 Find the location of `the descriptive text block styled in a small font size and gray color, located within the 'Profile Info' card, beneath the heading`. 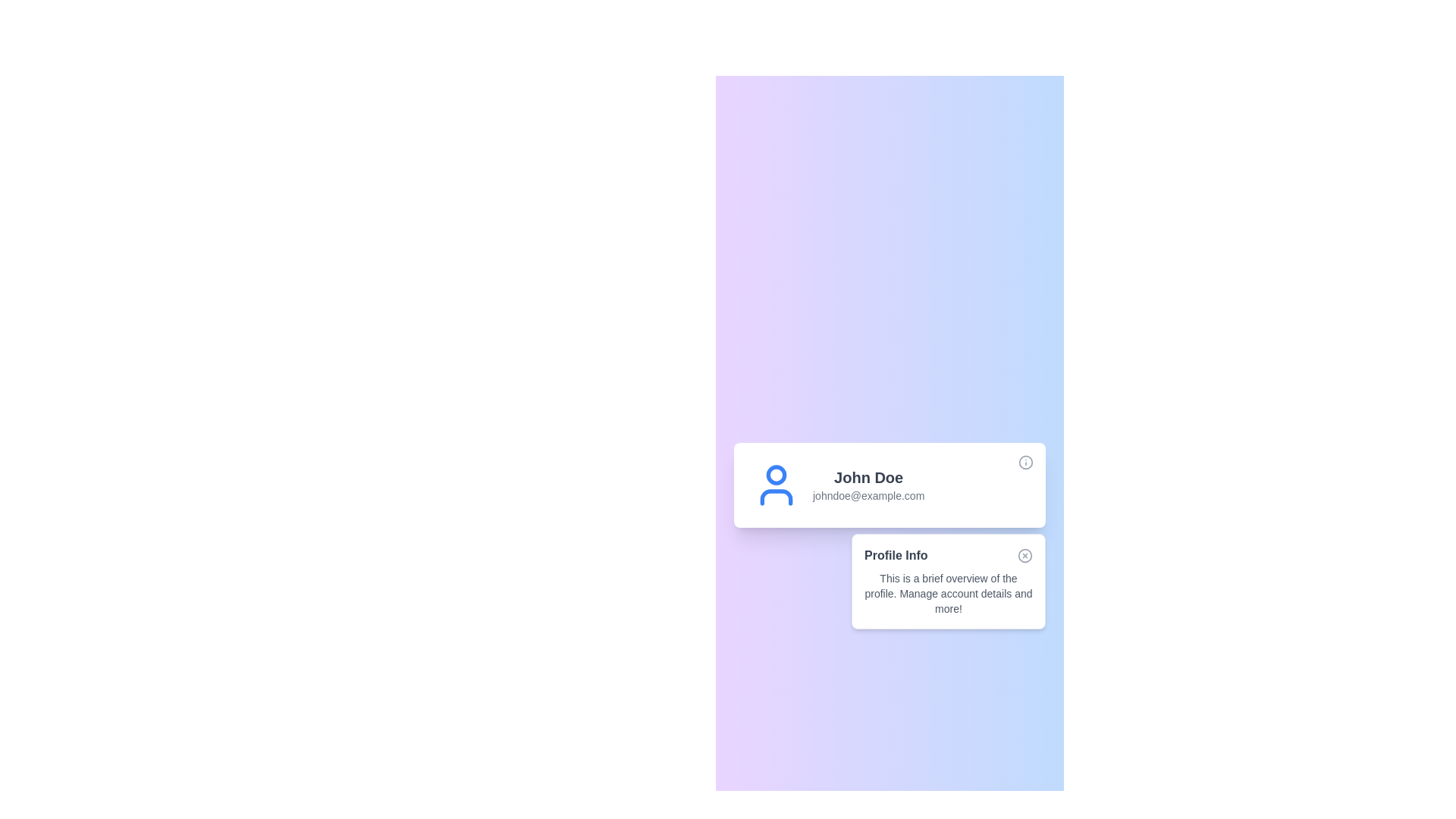

the descriptive text block styled in a small font size and gray color, located within the 'Profile Info' card, beneath the heading is located at coordinates (948, 593).